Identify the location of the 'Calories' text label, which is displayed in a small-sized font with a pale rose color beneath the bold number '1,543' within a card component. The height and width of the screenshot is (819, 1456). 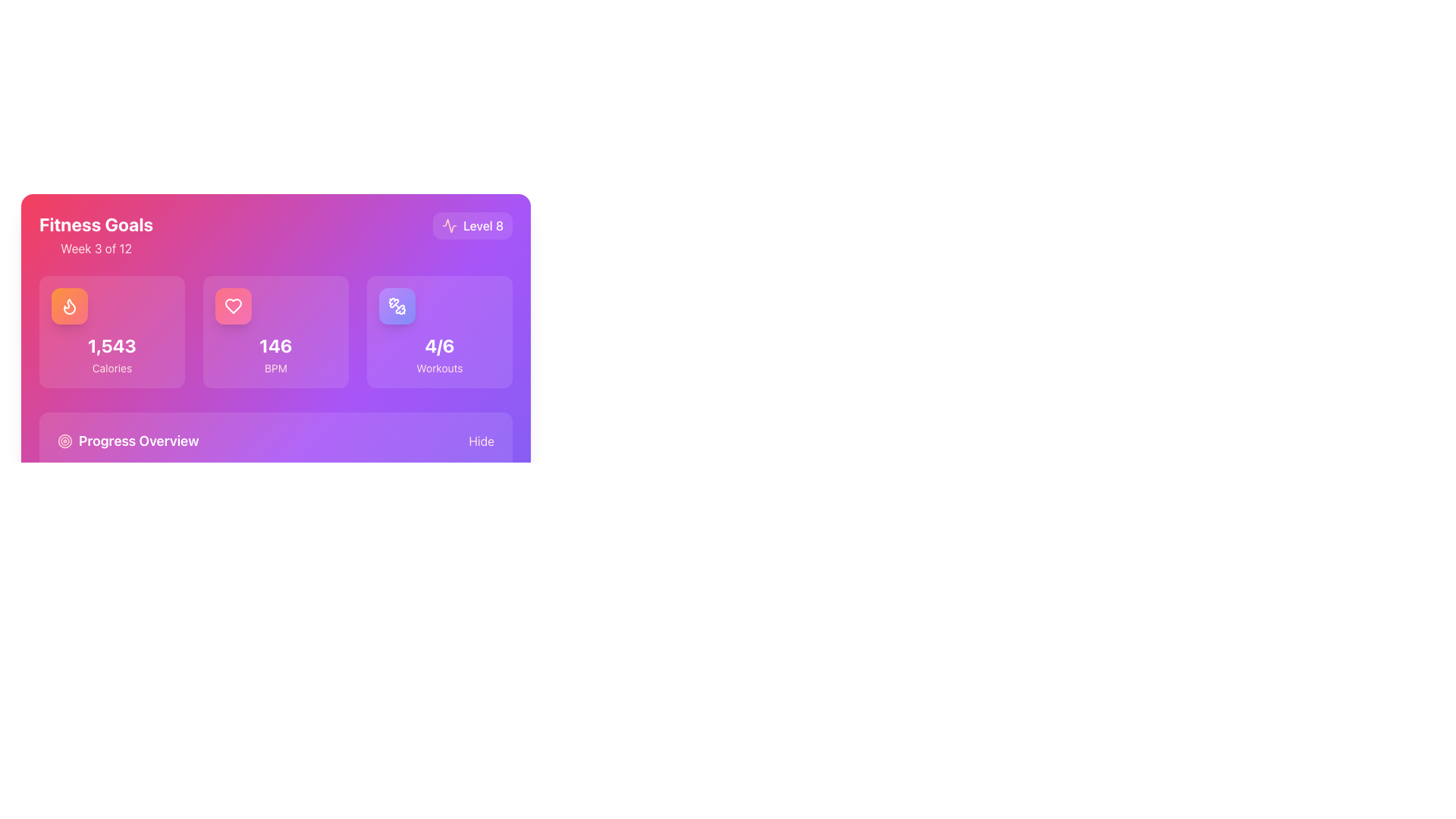
(111, 369).